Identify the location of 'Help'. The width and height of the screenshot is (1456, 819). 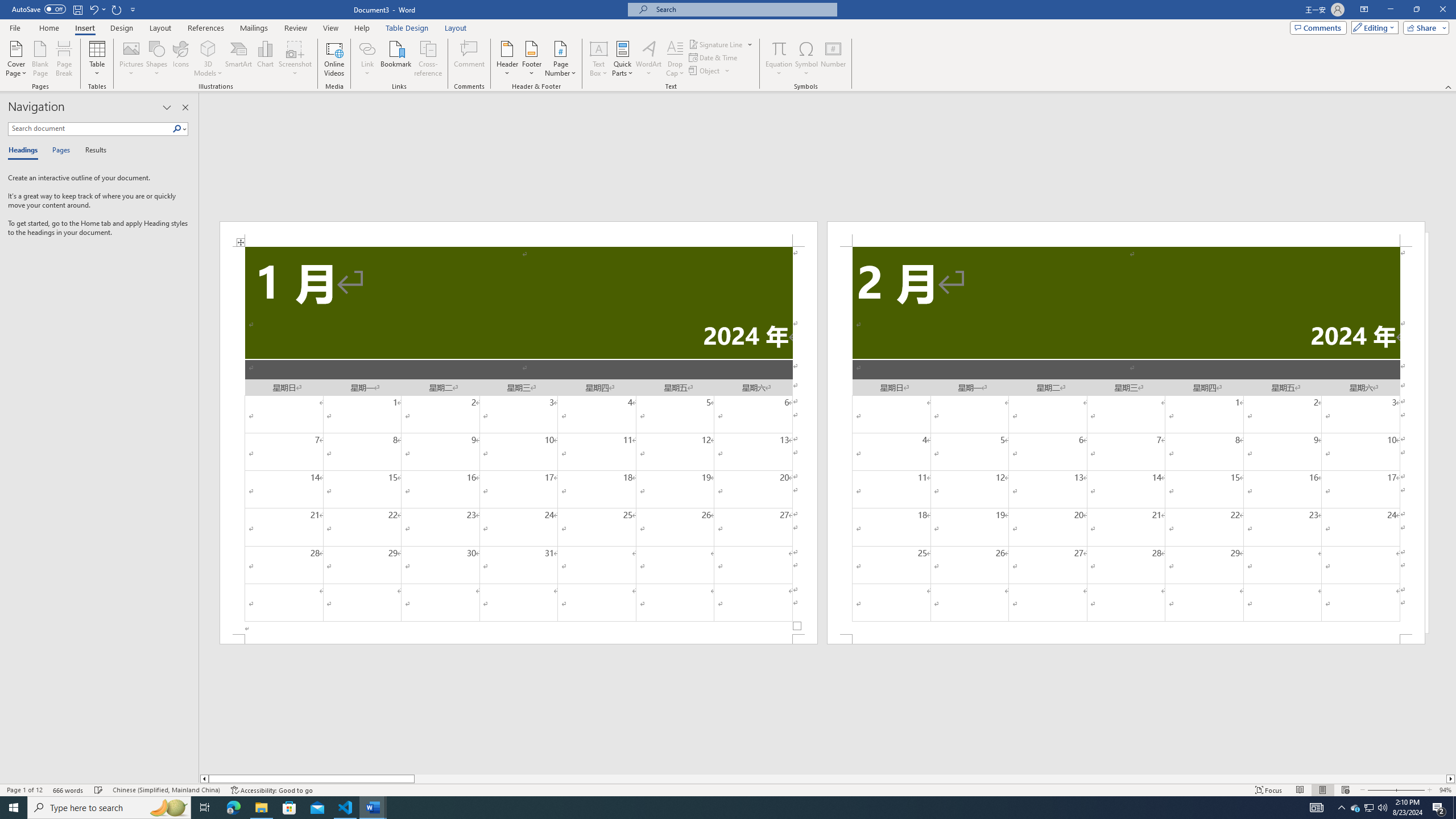
(361, 28).